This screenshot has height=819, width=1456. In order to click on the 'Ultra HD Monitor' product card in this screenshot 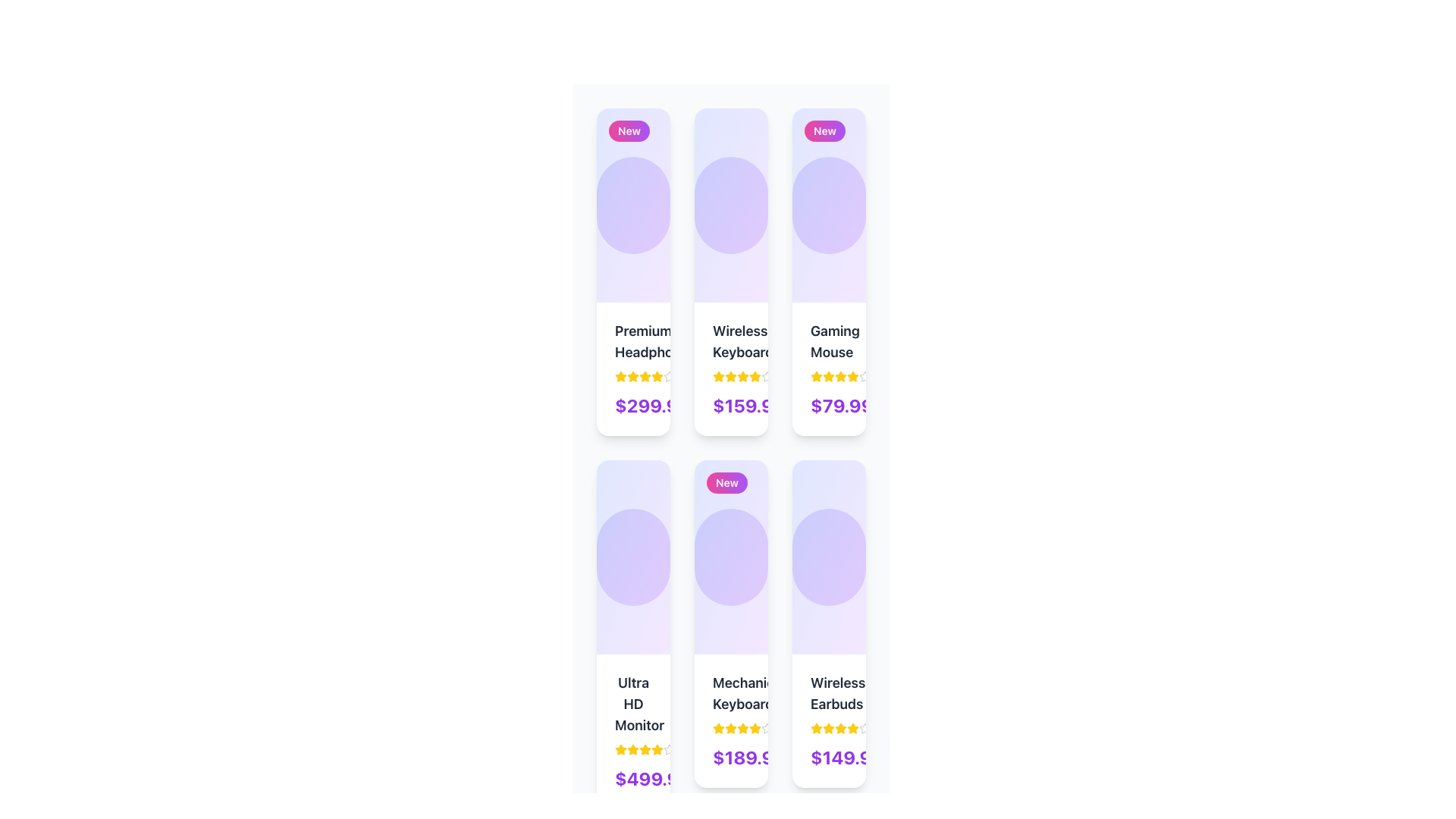, I will do `click(633, 635)`.